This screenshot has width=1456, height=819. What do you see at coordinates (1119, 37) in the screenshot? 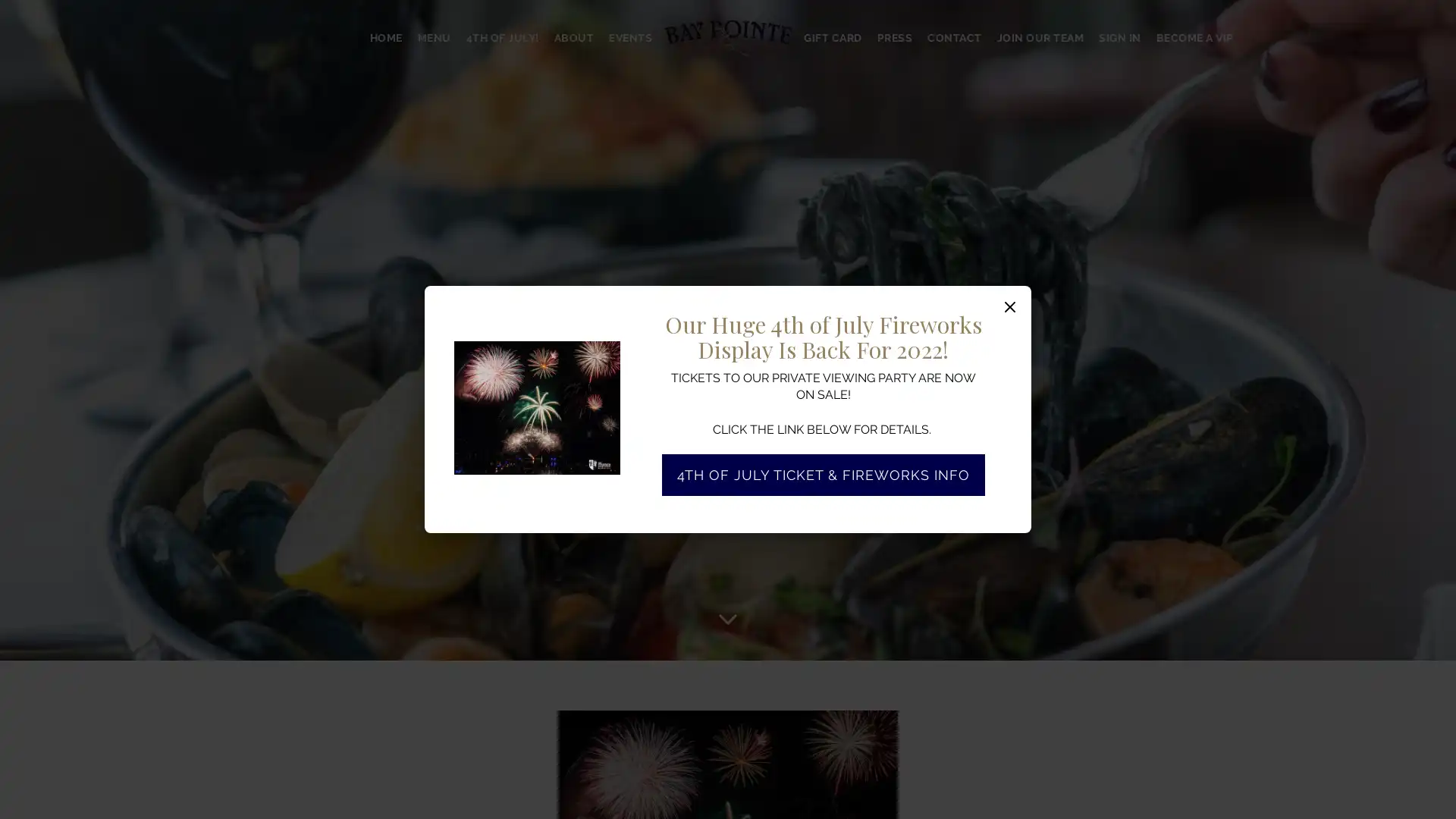
I see `SIGN IN` at bounding box center [1119, 37].